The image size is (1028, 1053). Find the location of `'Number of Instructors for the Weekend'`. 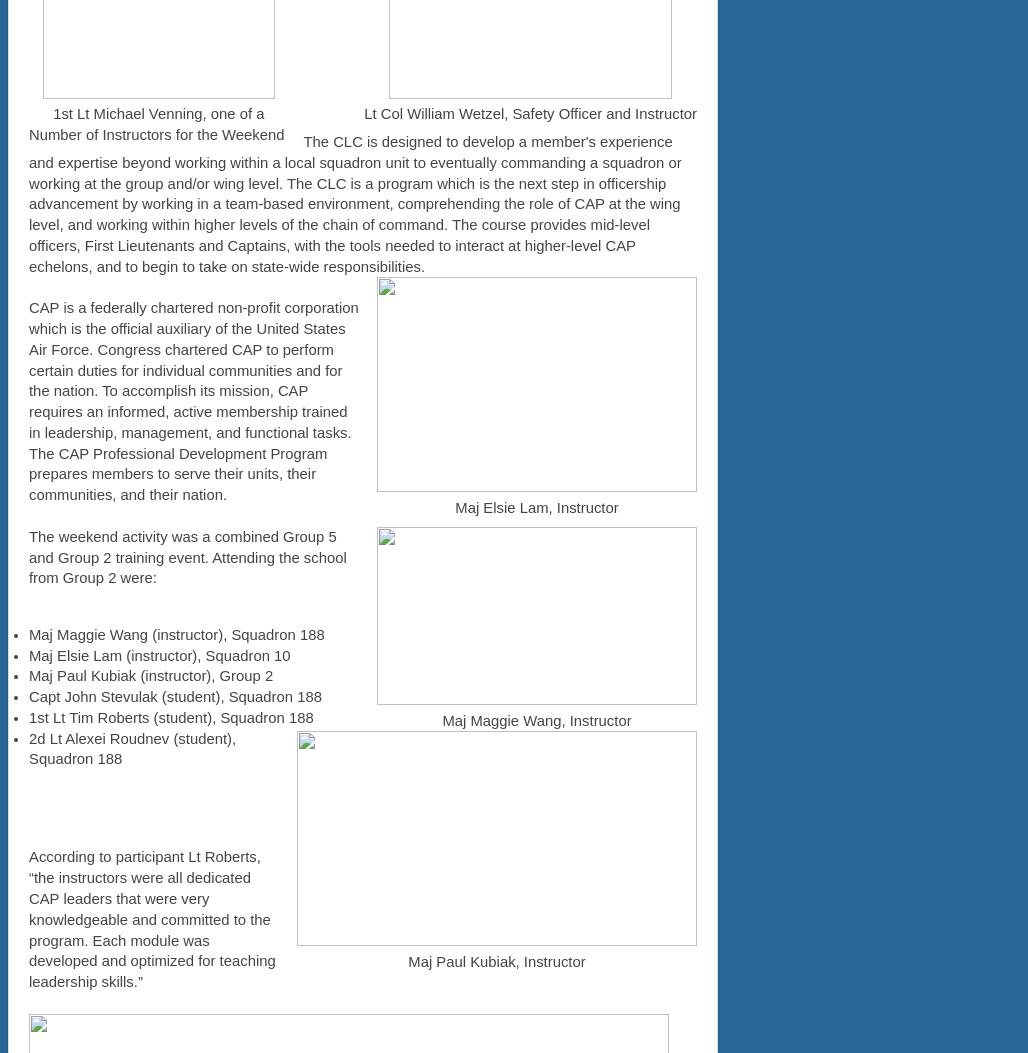

'Number of Instructors for the Weekend' is located at coordinates (158, 134).